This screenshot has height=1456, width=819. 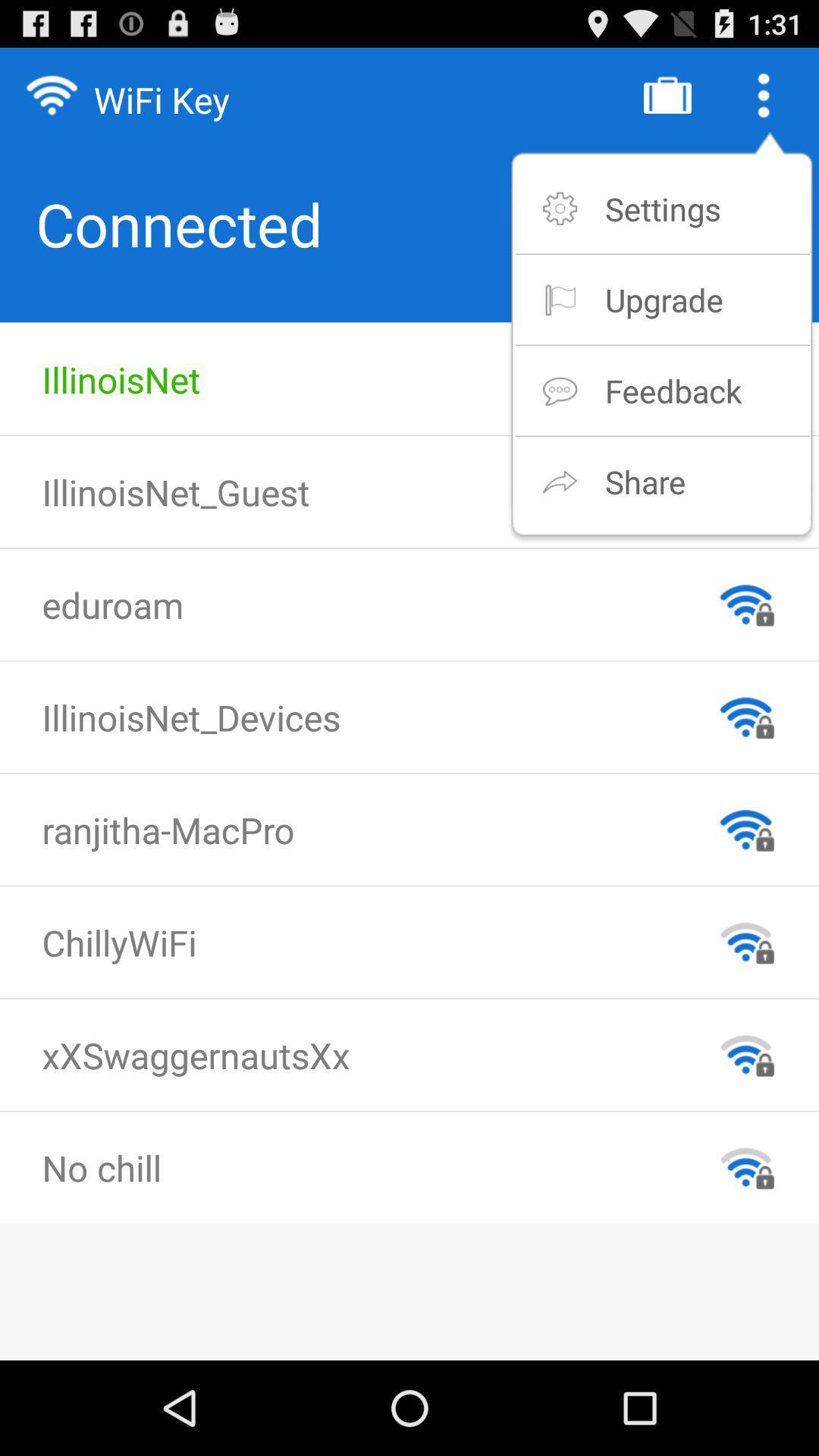 I want to click on the share, so click(x=645, y=481).